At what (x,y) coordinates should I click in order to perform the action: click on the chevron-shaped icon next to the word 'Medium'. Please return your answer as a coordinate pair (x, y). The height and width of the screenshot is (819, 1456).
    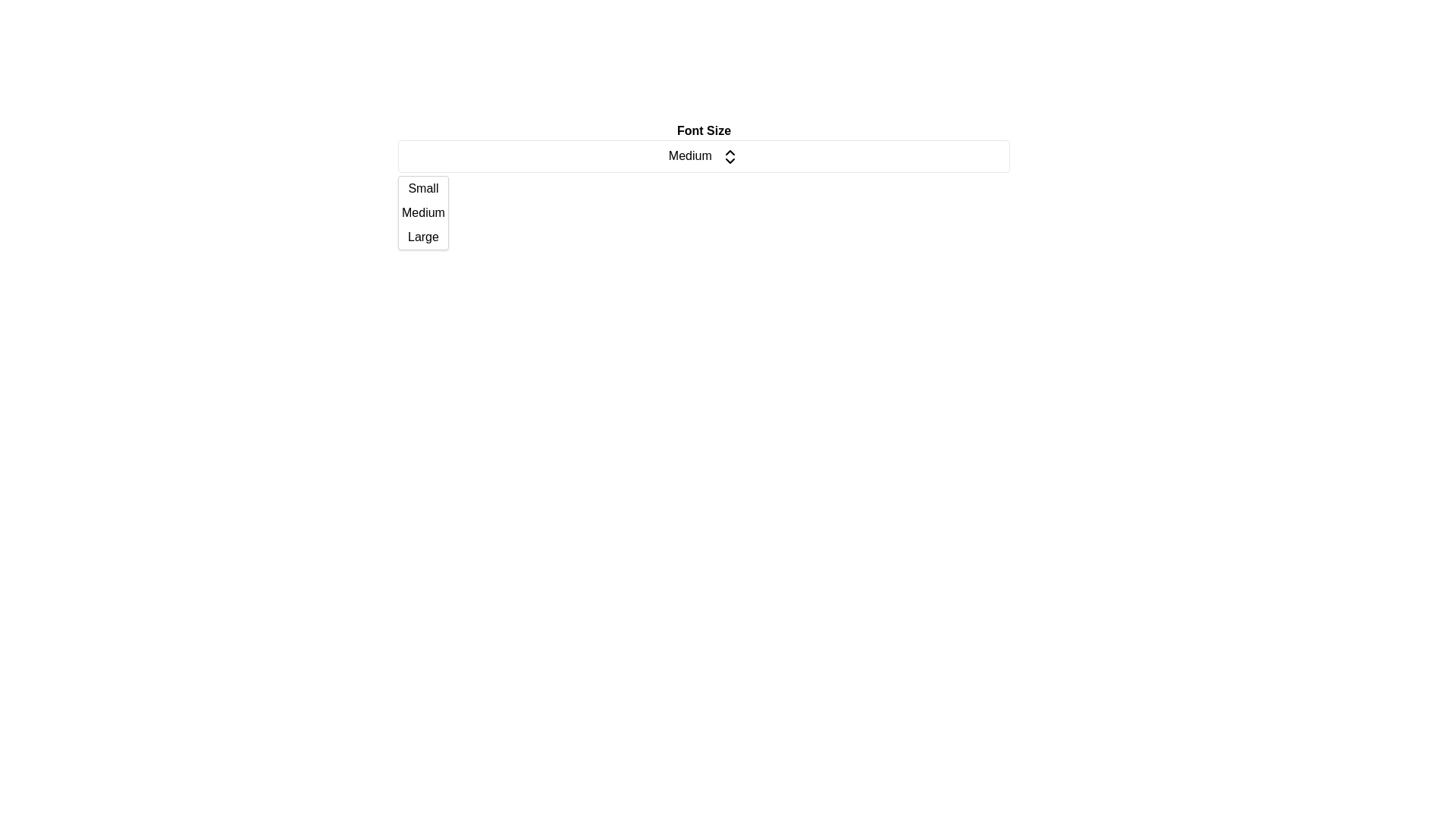
    Looking at the image, I should click on (730, 156).